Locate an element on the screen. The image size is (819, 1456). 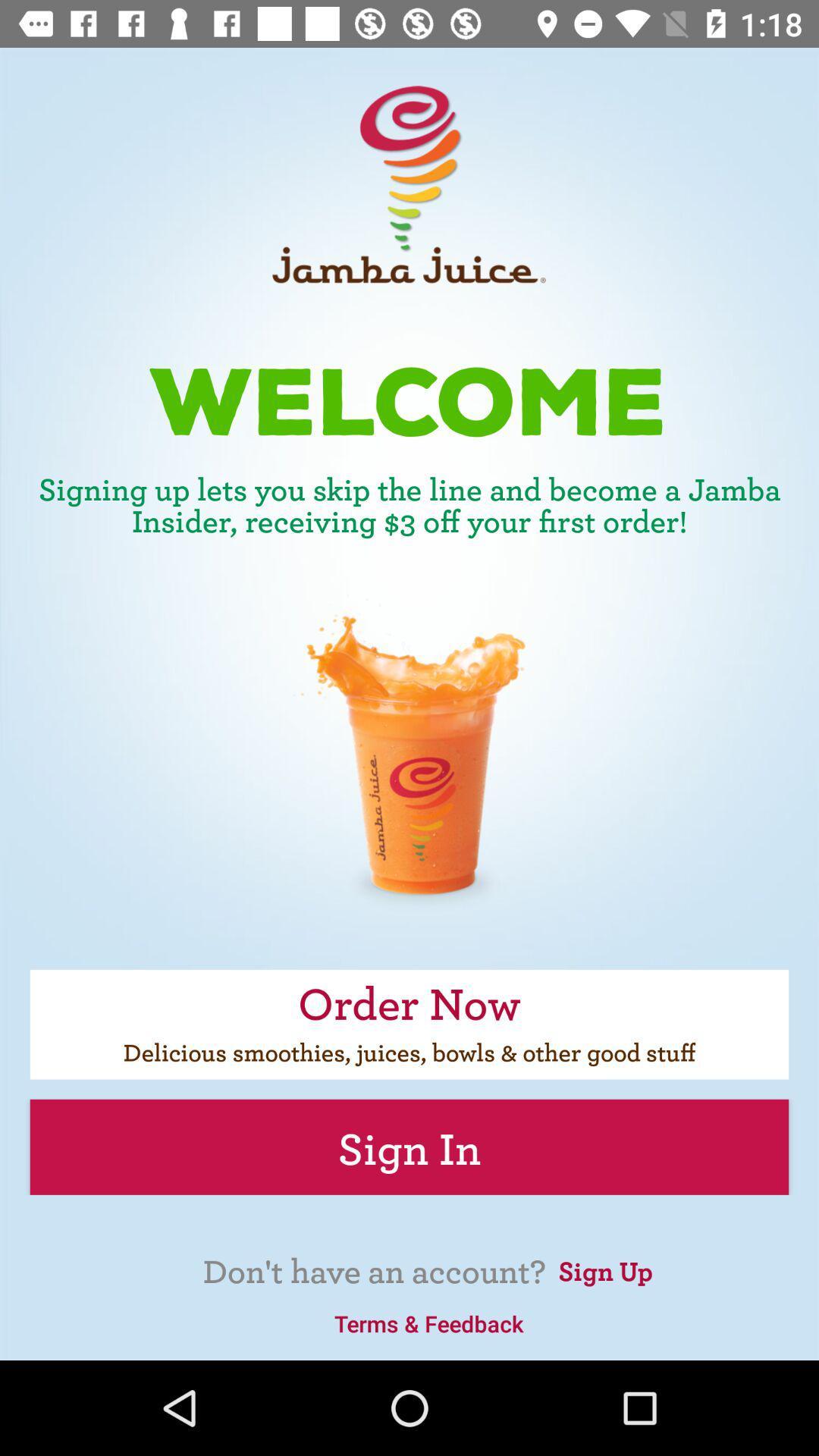
the sign in icon is located at coordinates (409, 1147).